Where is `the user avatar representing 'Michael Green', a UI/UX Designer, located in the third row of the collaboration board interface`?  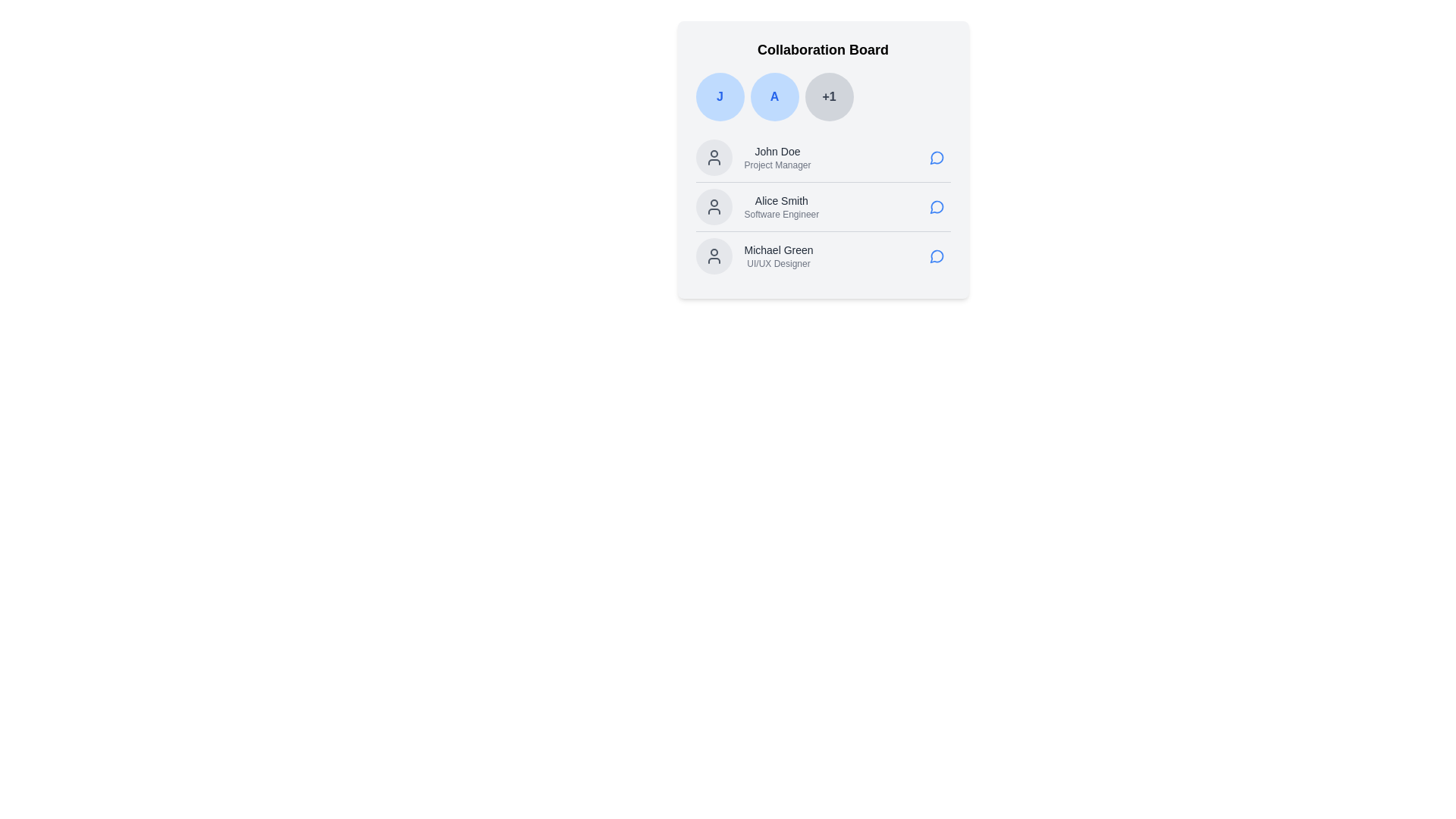 the user avatar representing 'Michael Green', a UI/UX Designer, located in the third row of the collaboration board interface is located at coordinates (713, 256).